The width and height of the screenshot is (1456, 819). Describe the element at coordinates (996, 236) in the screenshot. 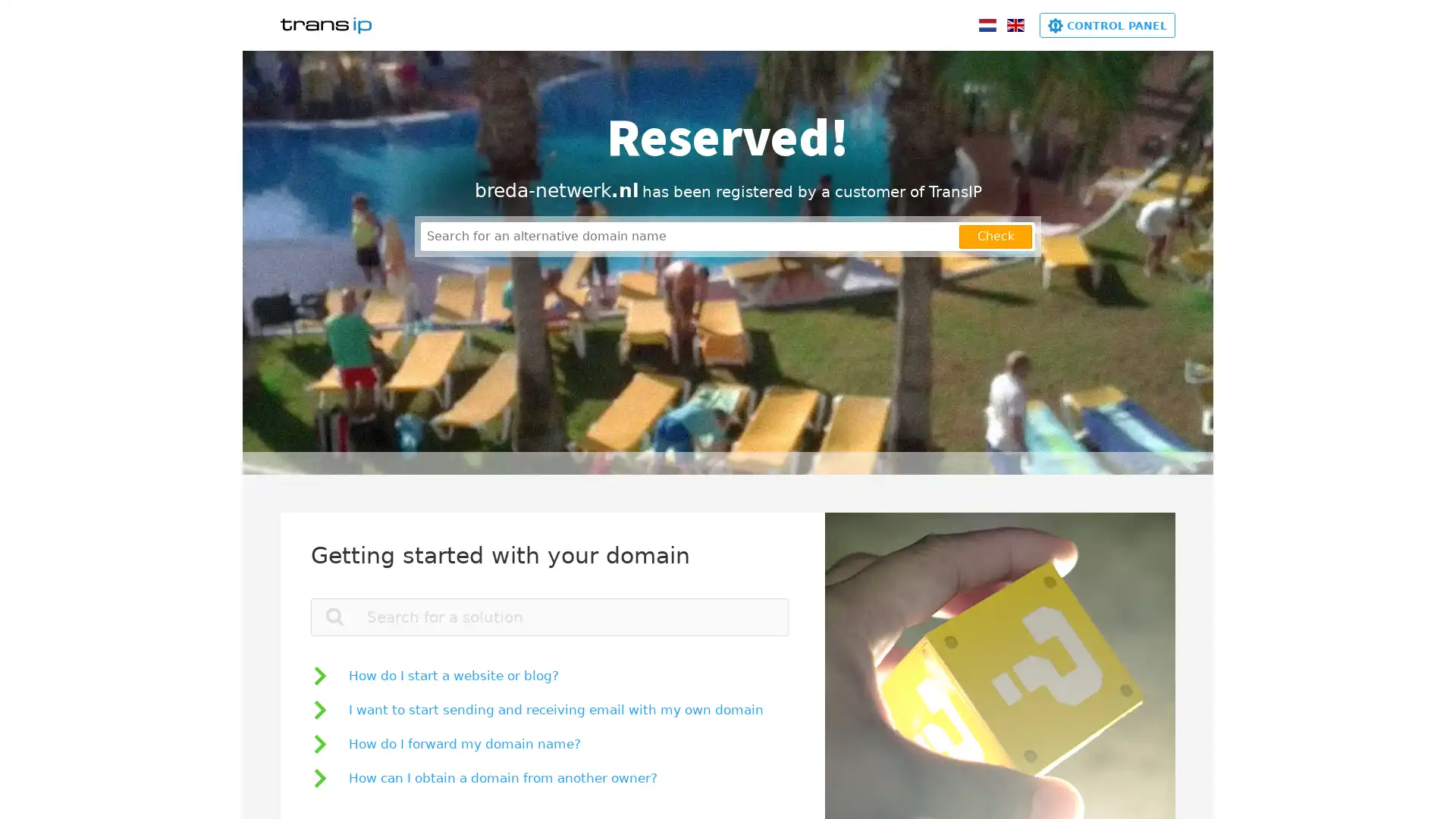

I see `Check` at that location.